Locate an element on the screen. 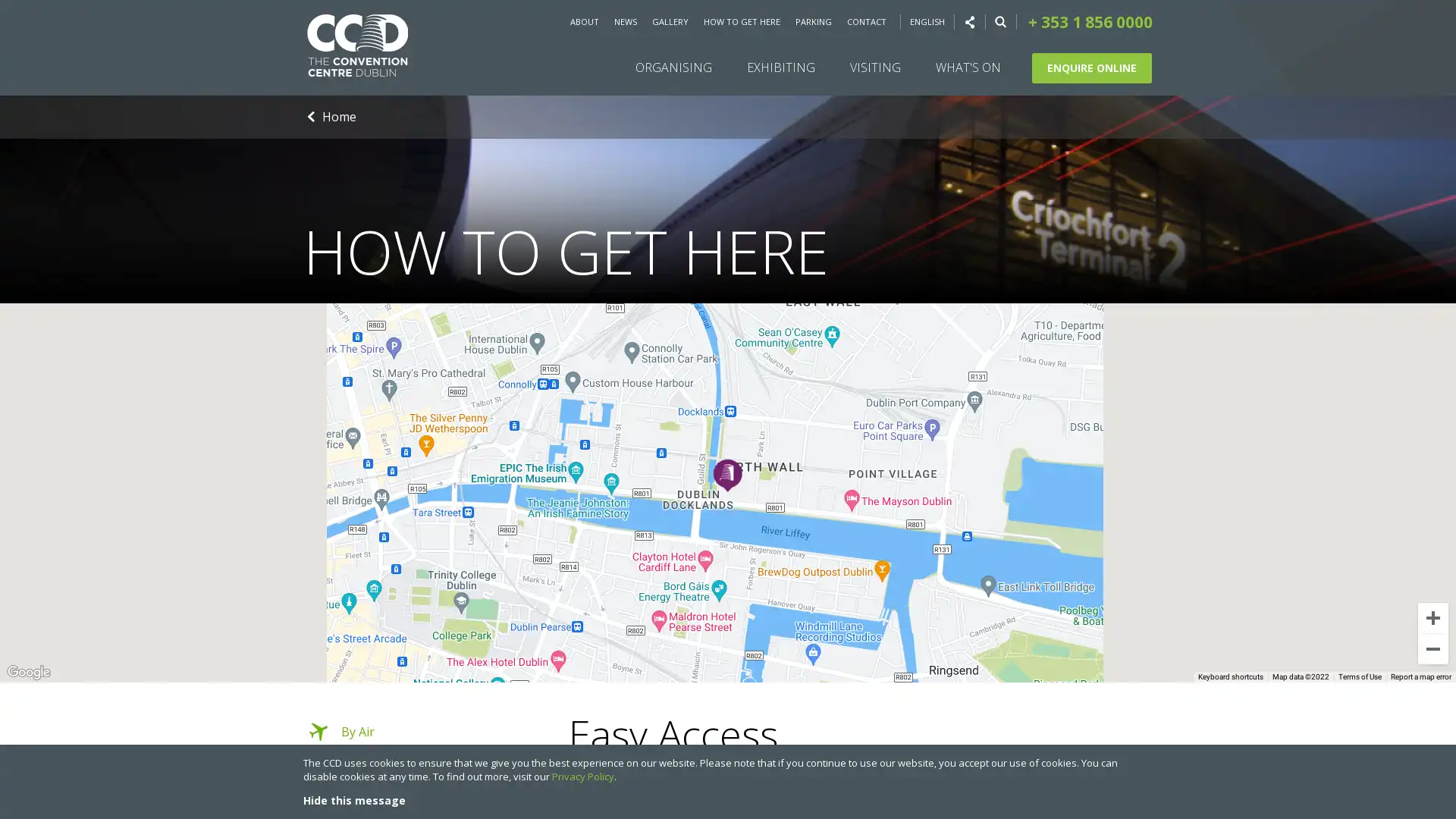 The width and height of the screenshot is (1456, 819). Zoom in is located at coordinates (1432, 617).